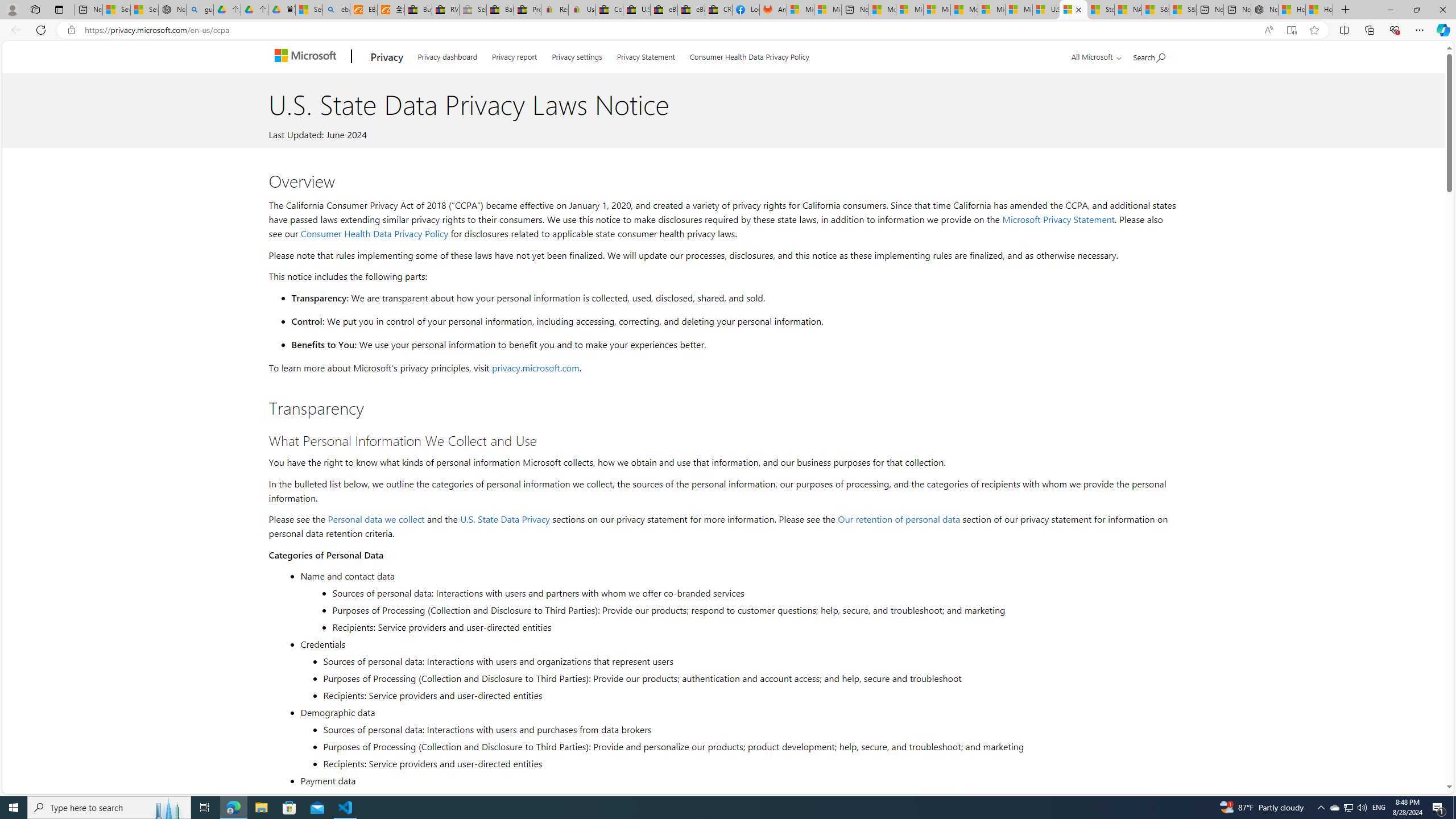 This screenshot has width=1456, height=819. I want to click on 'Browser essentials', so click(1394, 29).